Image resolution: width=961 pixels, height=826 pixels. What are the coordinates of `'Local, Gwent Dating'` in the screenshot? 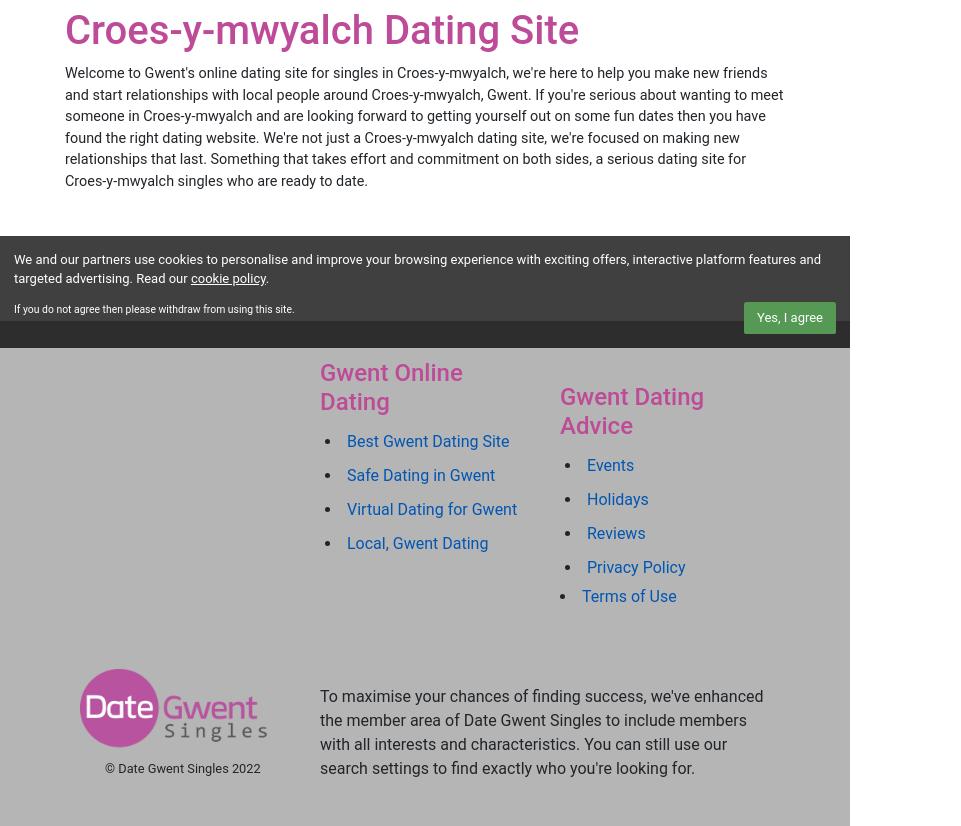 It's located at (417, 543).